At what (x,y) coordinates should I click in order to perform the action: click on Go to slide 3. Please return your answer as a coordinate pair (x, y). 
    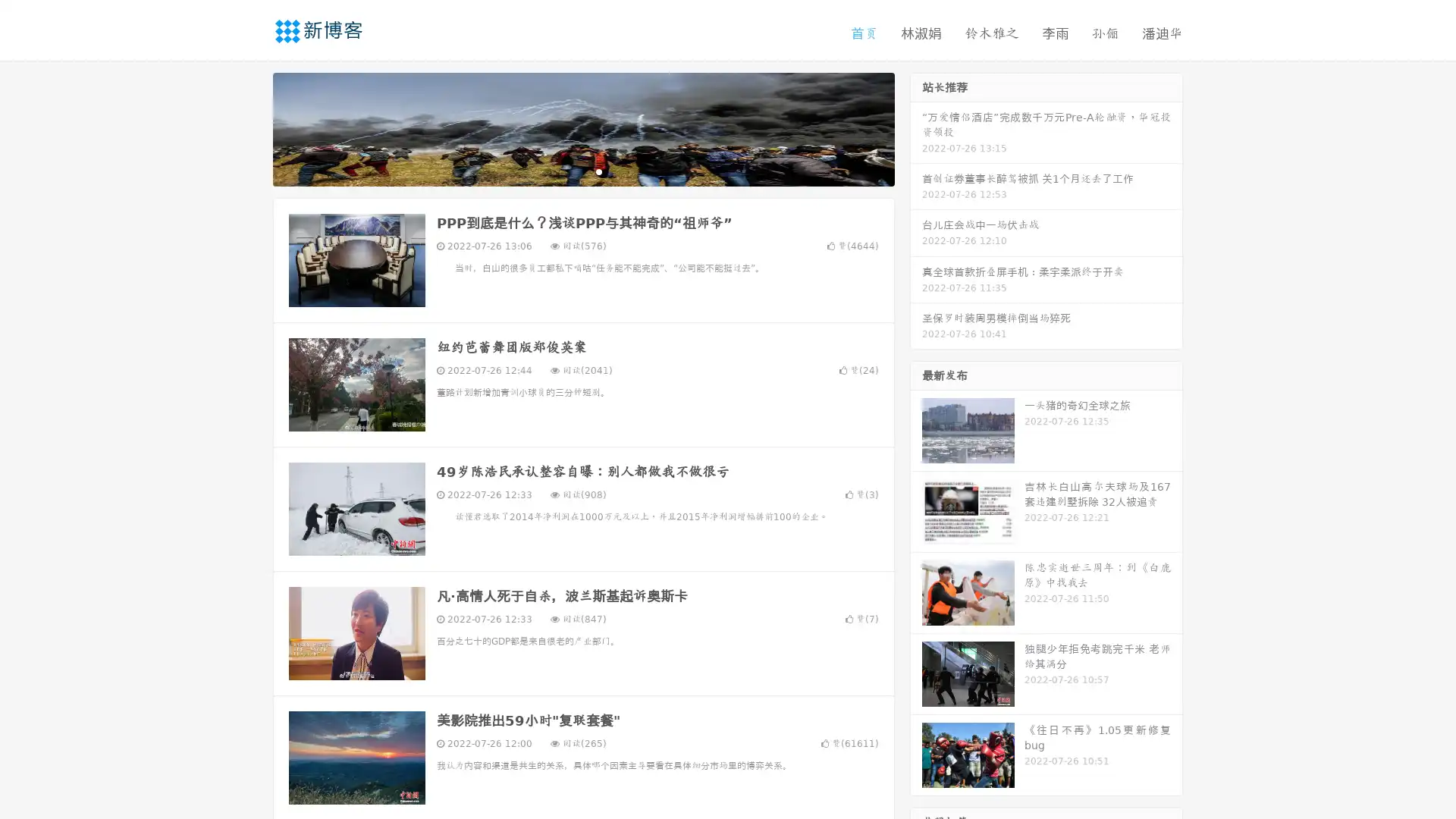
    Looking at the image, I should click on (598, 171).